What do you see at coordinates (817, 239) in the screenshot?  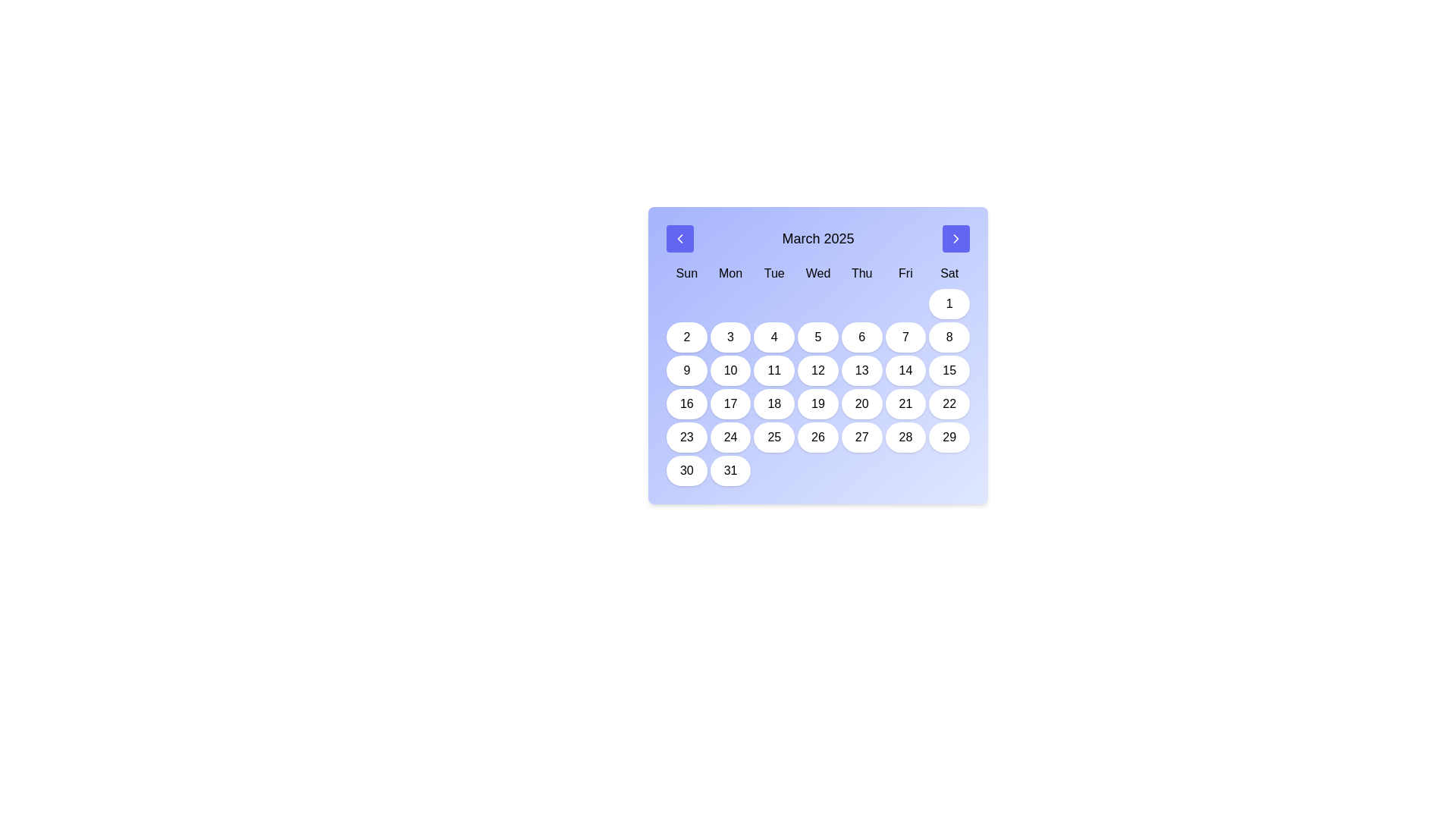 I see `the text label displaying 'March 2025' in a bold font, which is centrally located within the calendar interface, surrounded by navigation chevron buttons` at bounding box center [817, 239].